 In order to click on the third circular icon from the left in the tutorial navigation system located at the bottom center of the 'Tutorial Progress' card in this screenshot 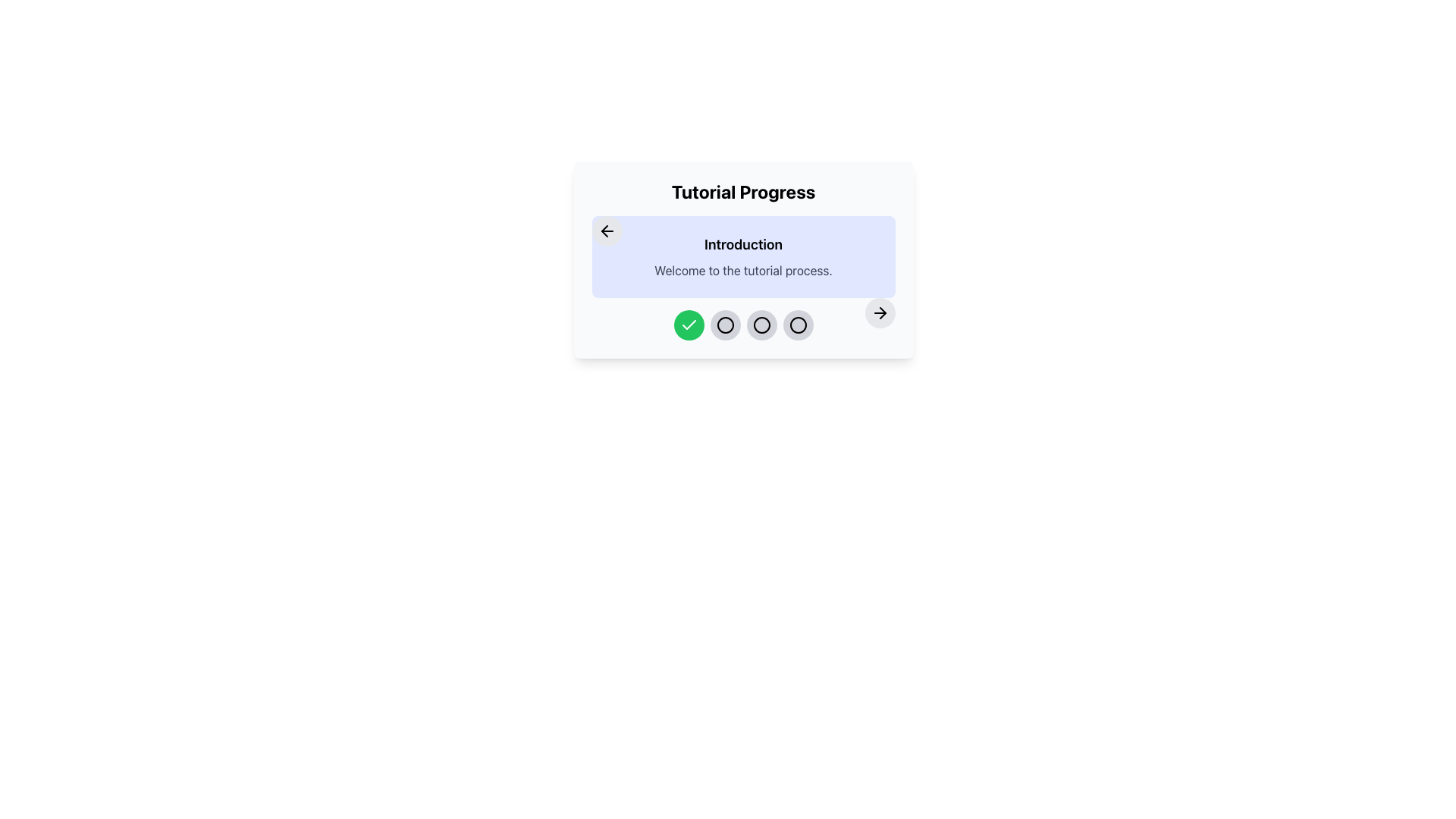, I will do `click(761, 324)`.